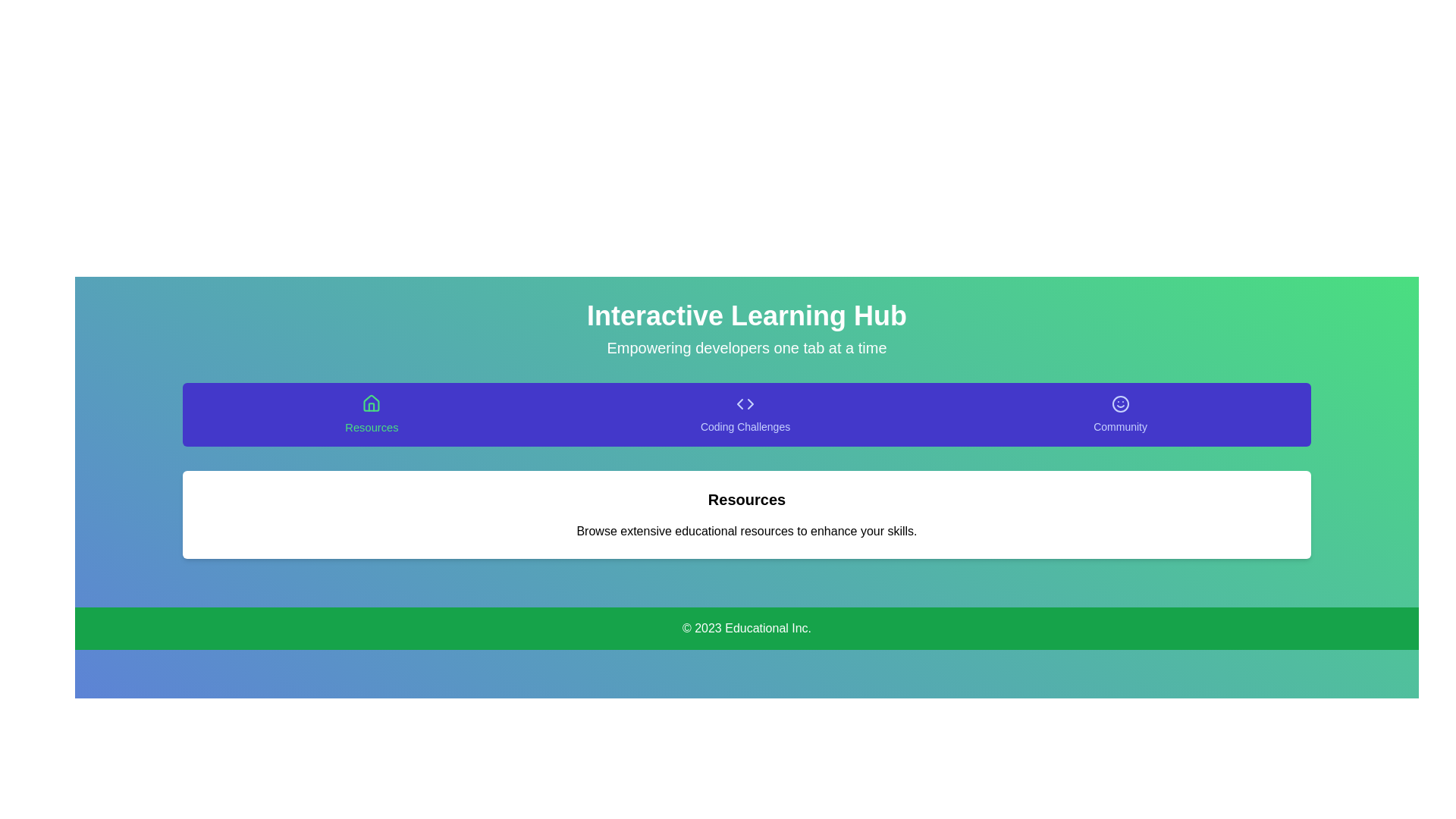 This screenshot has width=1456, height=819. What do you see at coordinates (1120, 415) in the screenshot?
I see `the tab labeled Community` at bounding box center [1120, 415].